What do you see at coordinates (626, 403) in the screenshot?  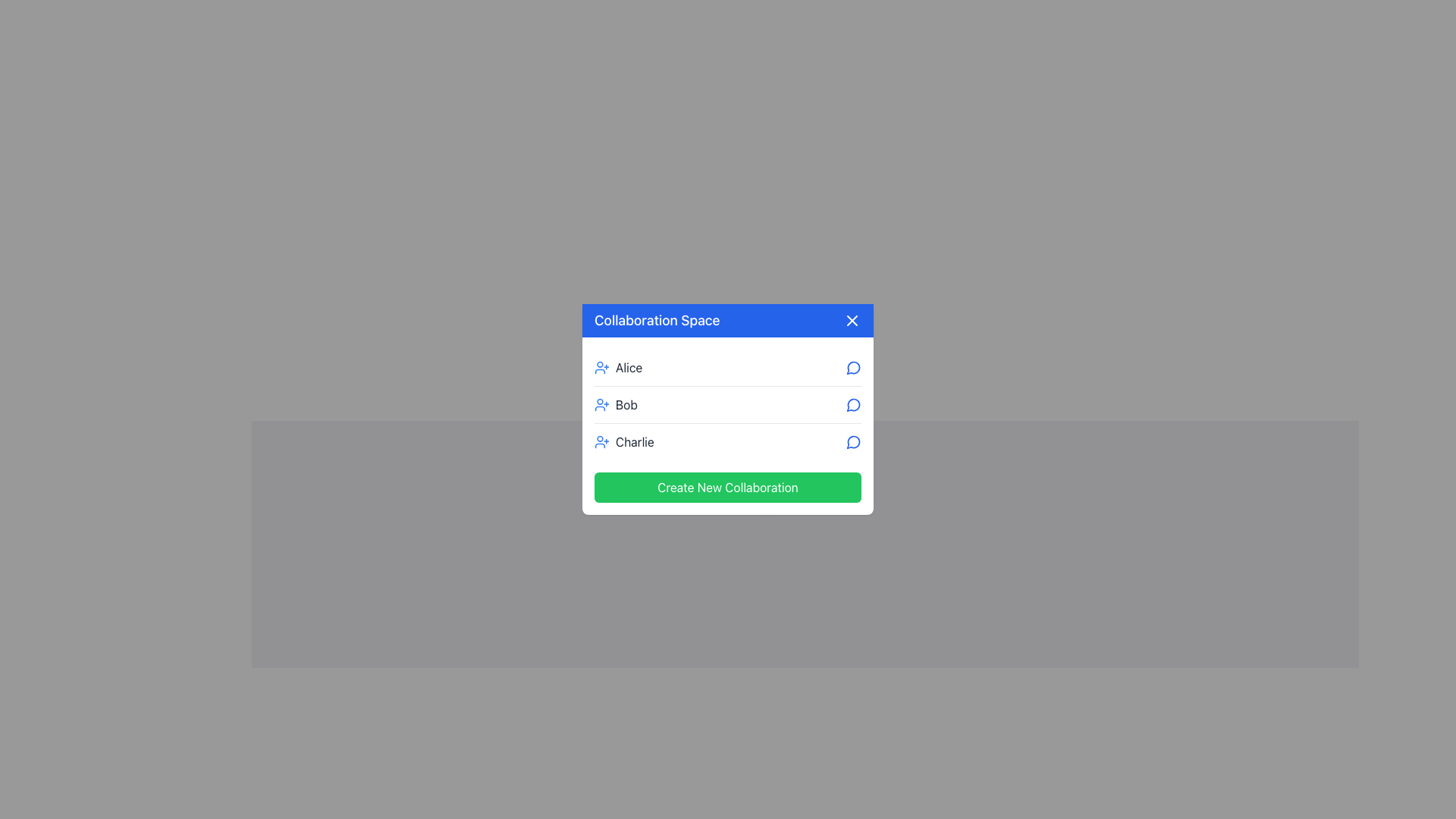 I see `the label displaying the name 'Bob' in bold, dark gray font located in the second row of the list within the 'Collaboration Space' dialog box` at bounding box center [626, 403].